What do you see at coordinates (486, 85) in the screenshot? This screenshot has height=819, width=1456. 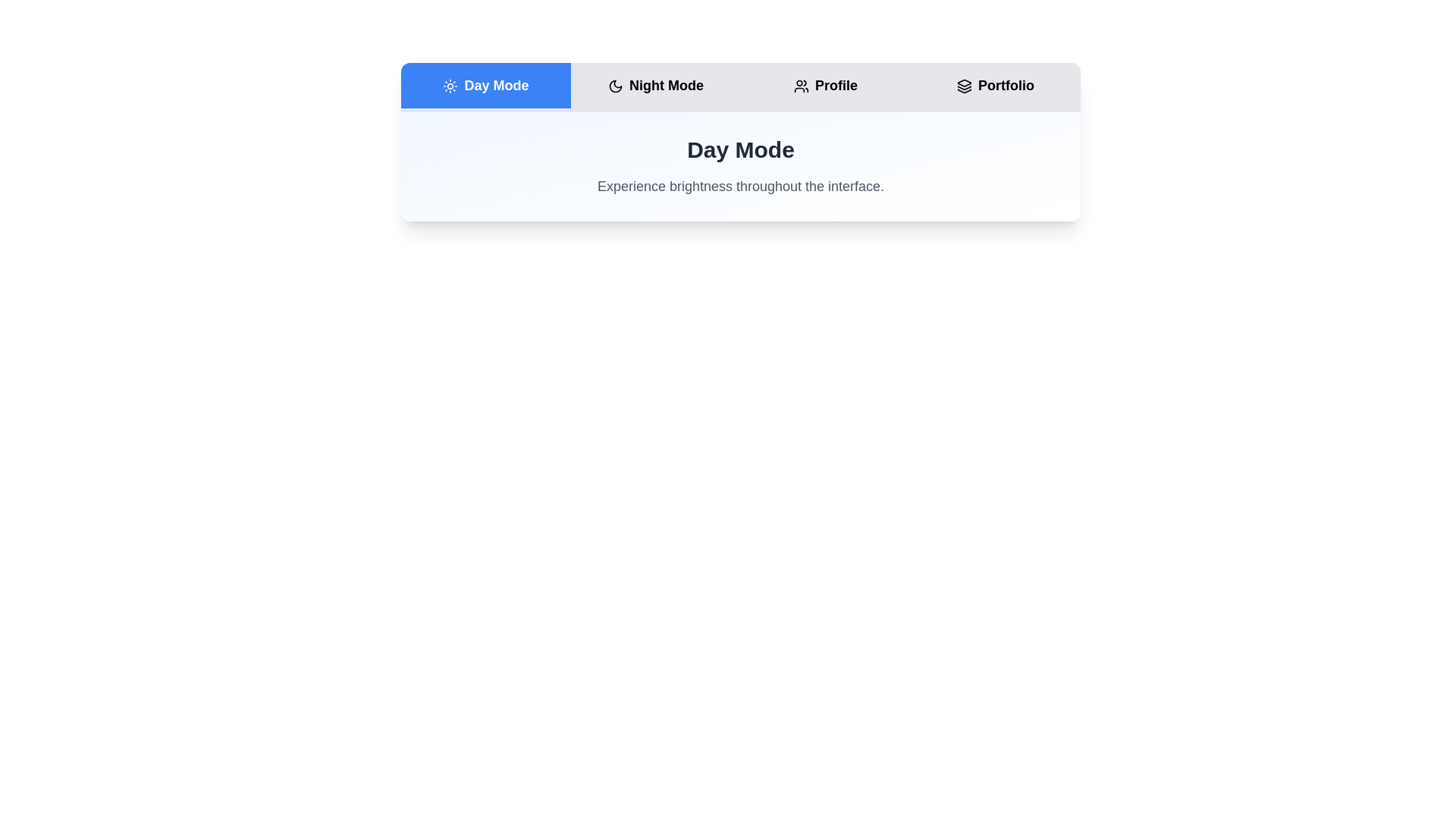 I see `the tab labeled Day Mode to observe its hover effect` at bounding box center [486, 85].